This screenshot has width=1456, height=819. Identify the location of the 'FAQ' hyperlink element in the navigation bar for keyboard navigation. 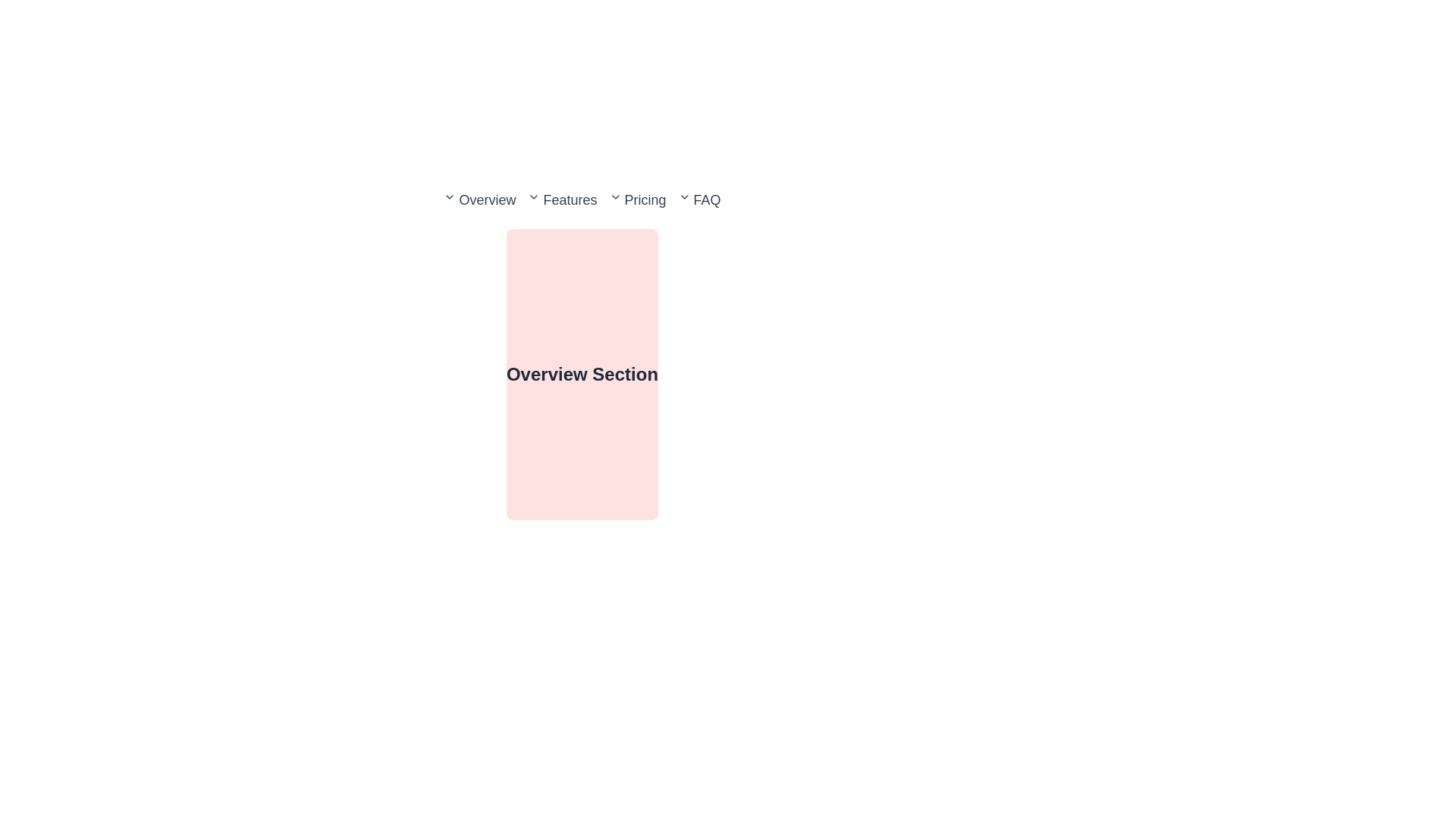
(698, 199).